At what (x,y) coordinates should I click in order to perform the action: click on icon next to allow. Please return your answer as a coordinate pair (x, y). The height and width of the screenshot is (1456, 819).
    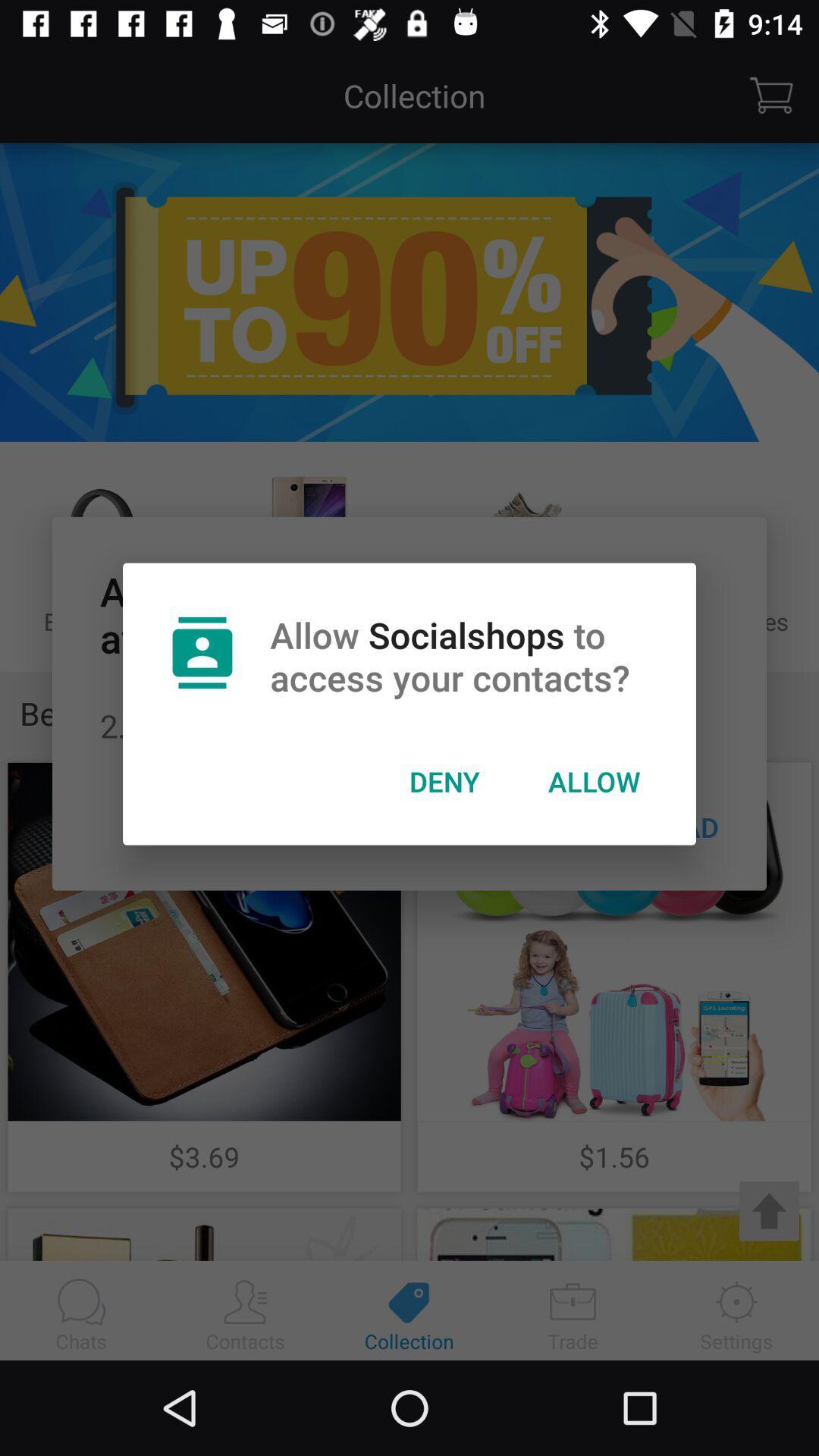
    Looking at the image, I should click on (444, 781).